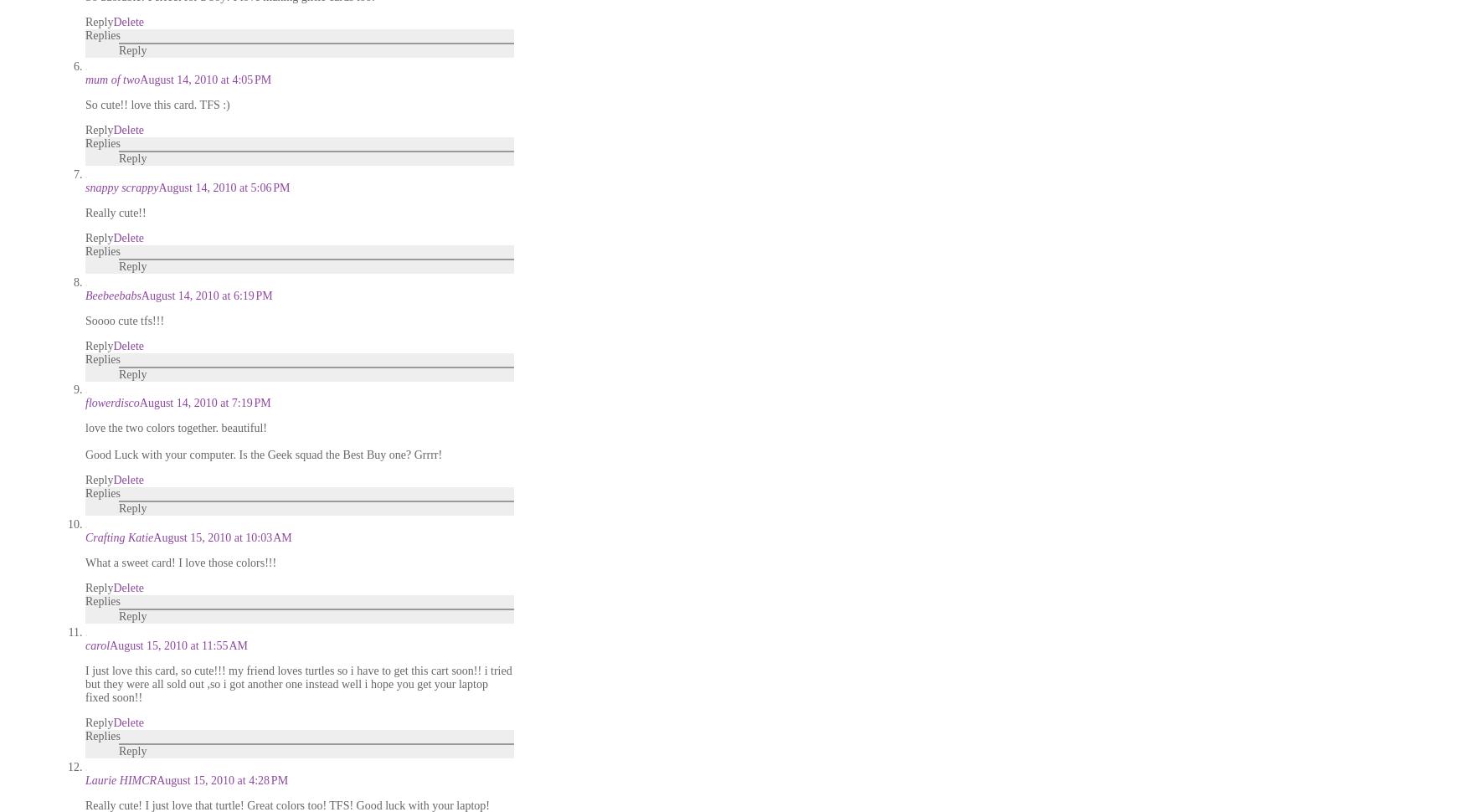 The image size is (1482, 812). Describe the element at coordinates (120, 779) in the screenshot. I see `'Laurie HIMCR'` at that location.